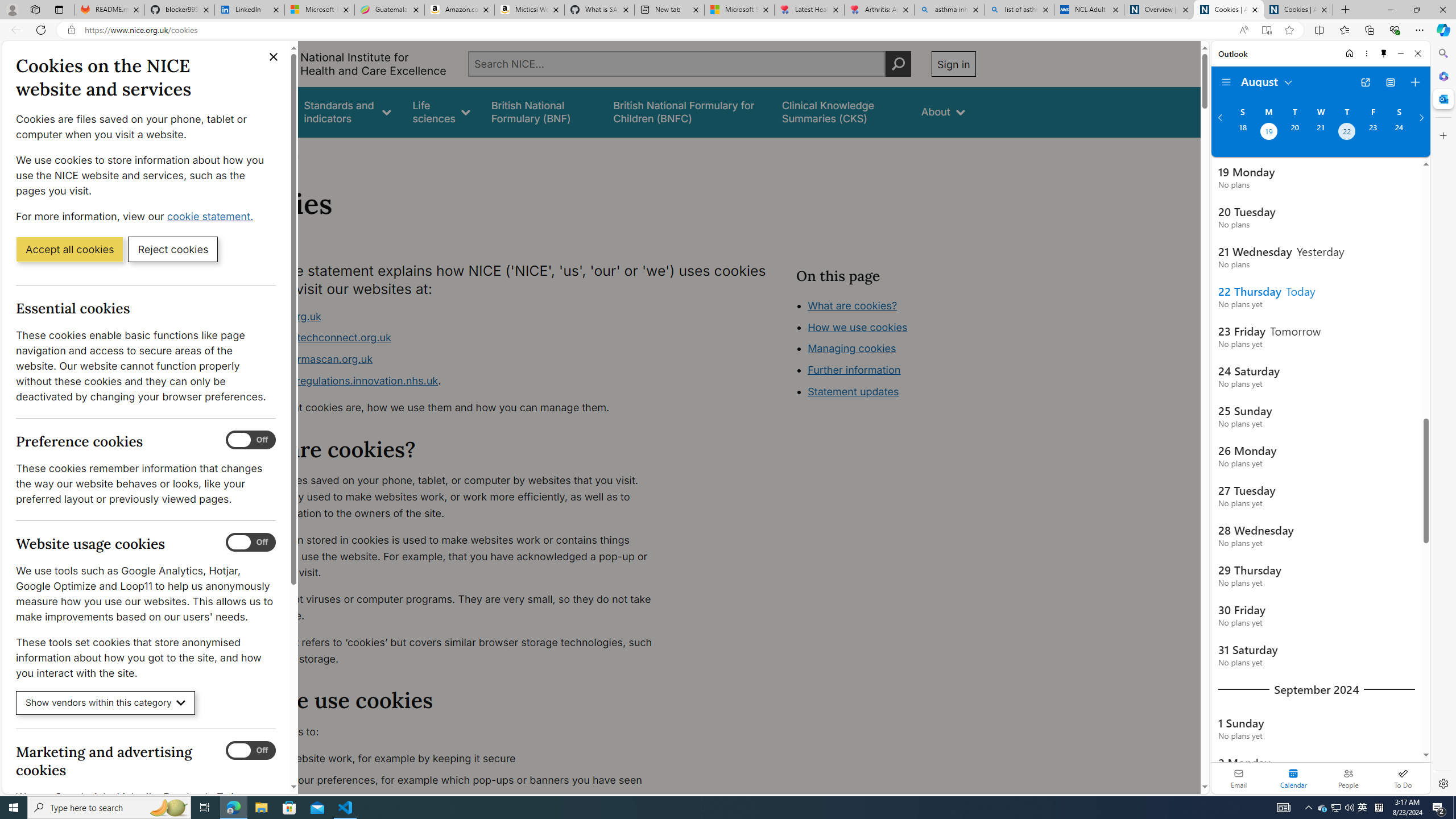 The image size is (1456, 819). Describe the element at coordinates (857, 326) in the screenshot. I see `'How we use cookies'` at that location.